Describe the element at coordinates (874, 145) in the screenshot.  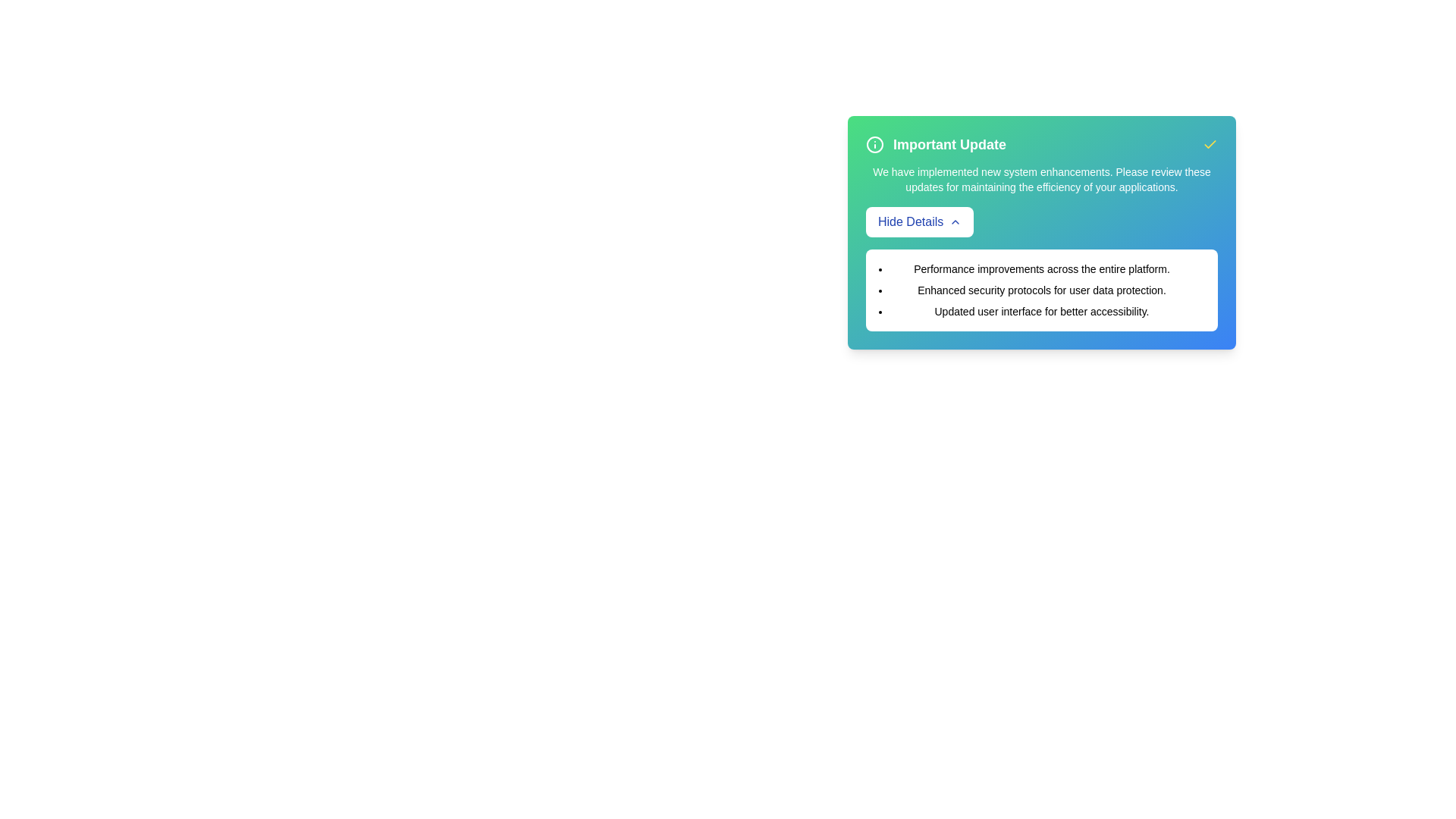
I see `the 'Important Update' icon to simulate interaction` at that location.